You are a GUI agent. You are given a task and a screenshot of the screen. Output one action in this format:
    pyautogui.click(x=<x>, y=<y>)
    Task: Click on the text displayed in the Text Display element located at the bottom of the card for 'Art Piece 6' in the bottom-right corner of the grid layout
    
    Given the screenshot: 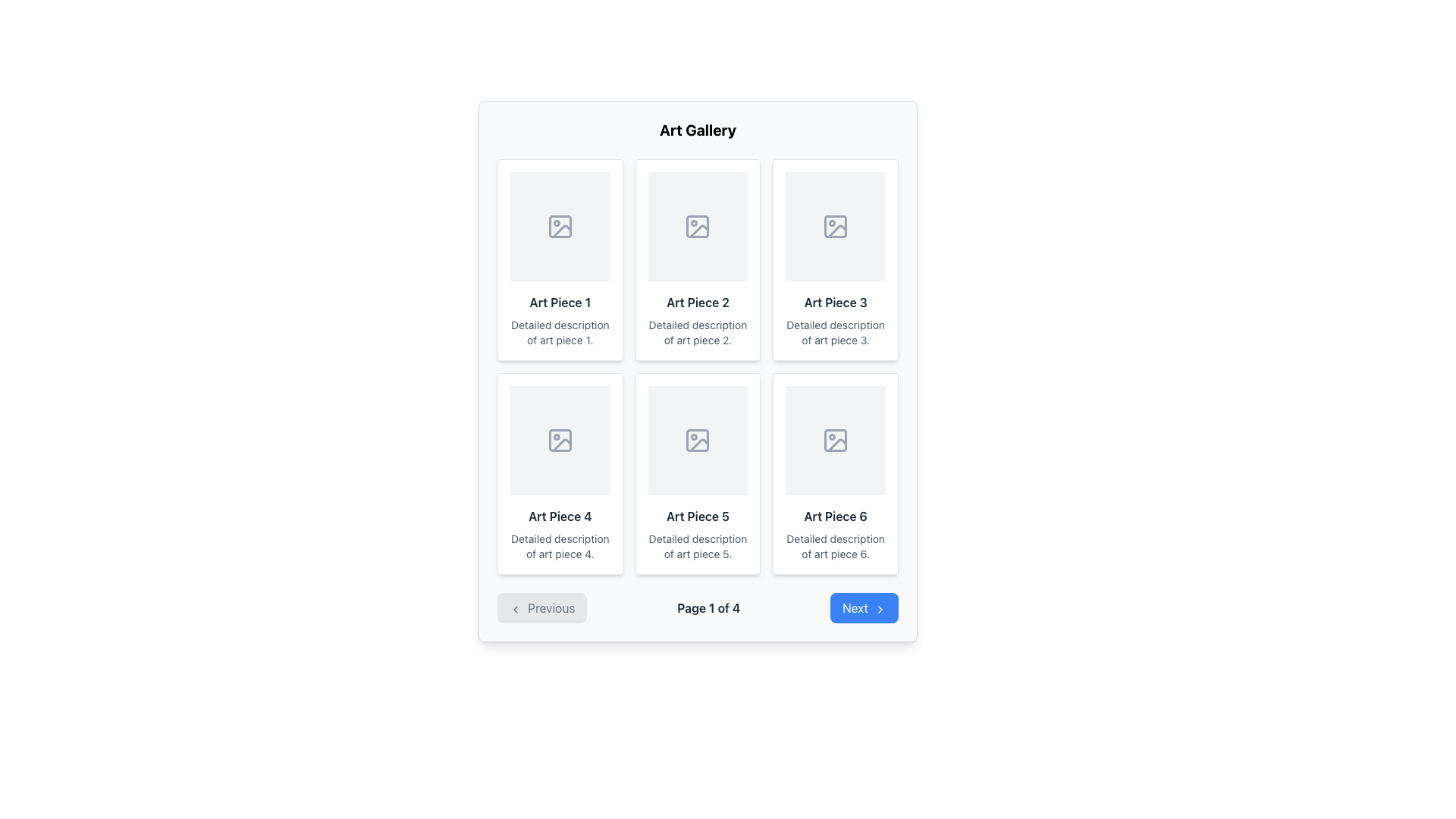 What is the action you would take?
    pyautogui.click(x=835, y=547)
    